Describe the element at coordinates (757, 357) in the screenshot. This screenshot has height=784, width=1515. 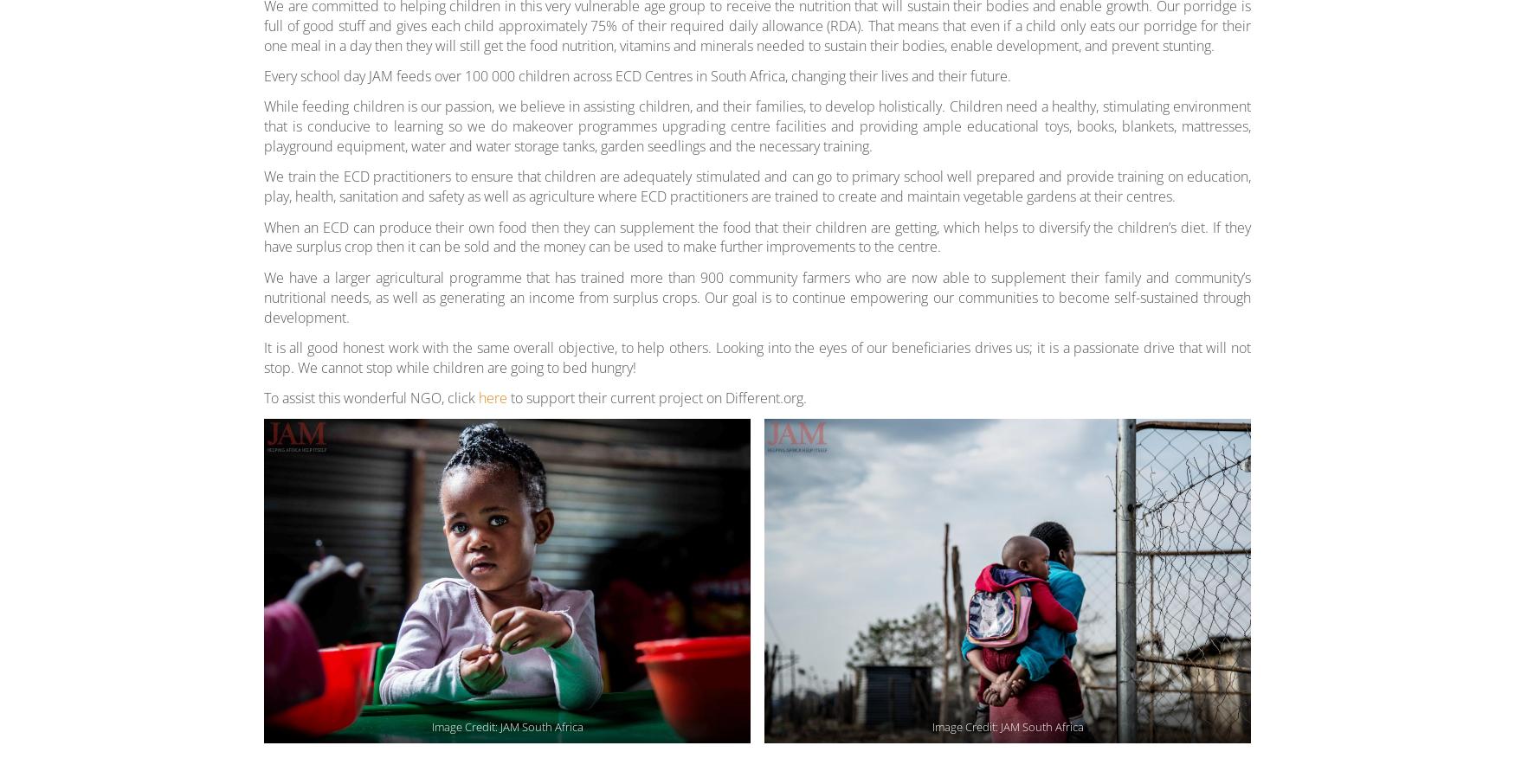
I see `'It is all good honest work with the same overall objective, to help others. Looking into the eyes of our beneficiaries drives us; it is a passionate drive that will not stop. We cannot stop while children are going to bed hungry!'` at that location.